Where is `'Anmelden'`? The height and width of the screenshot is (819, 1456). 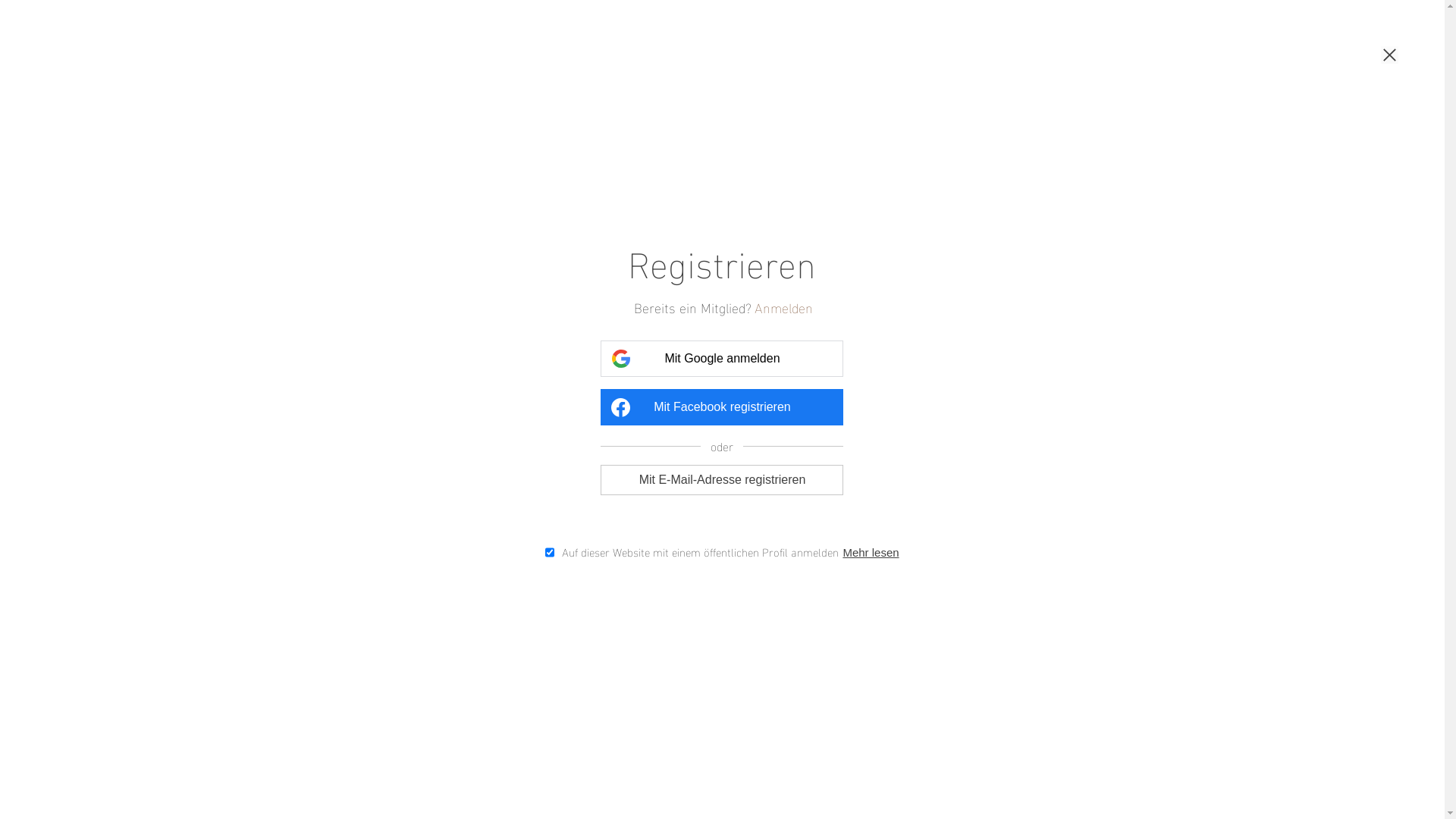
'Anmelden' is located at coordinates (786, 306).